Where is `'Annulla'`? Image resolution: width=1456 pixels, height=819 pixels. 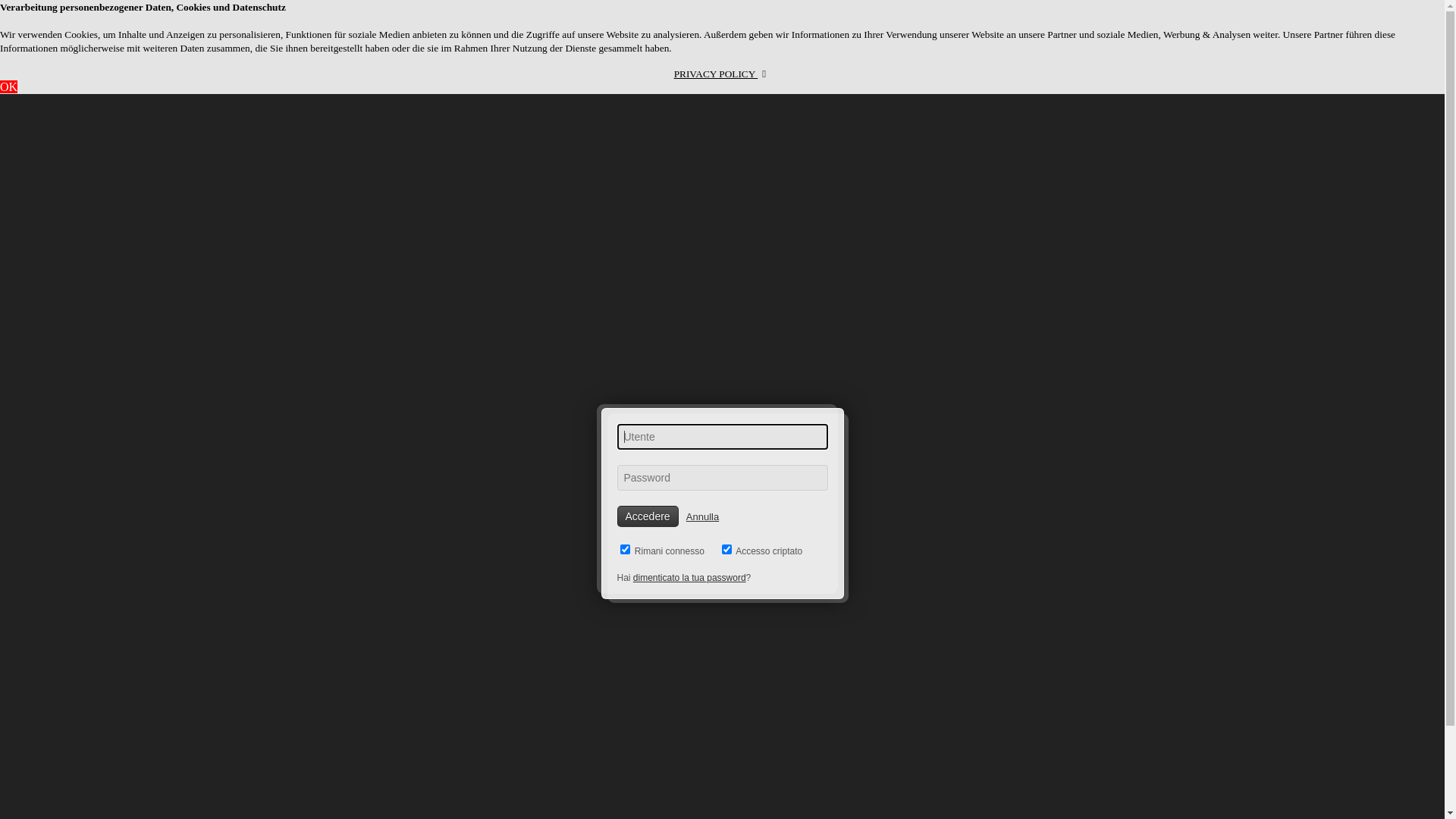
'Annulla' is located at coordinates (686, 516).